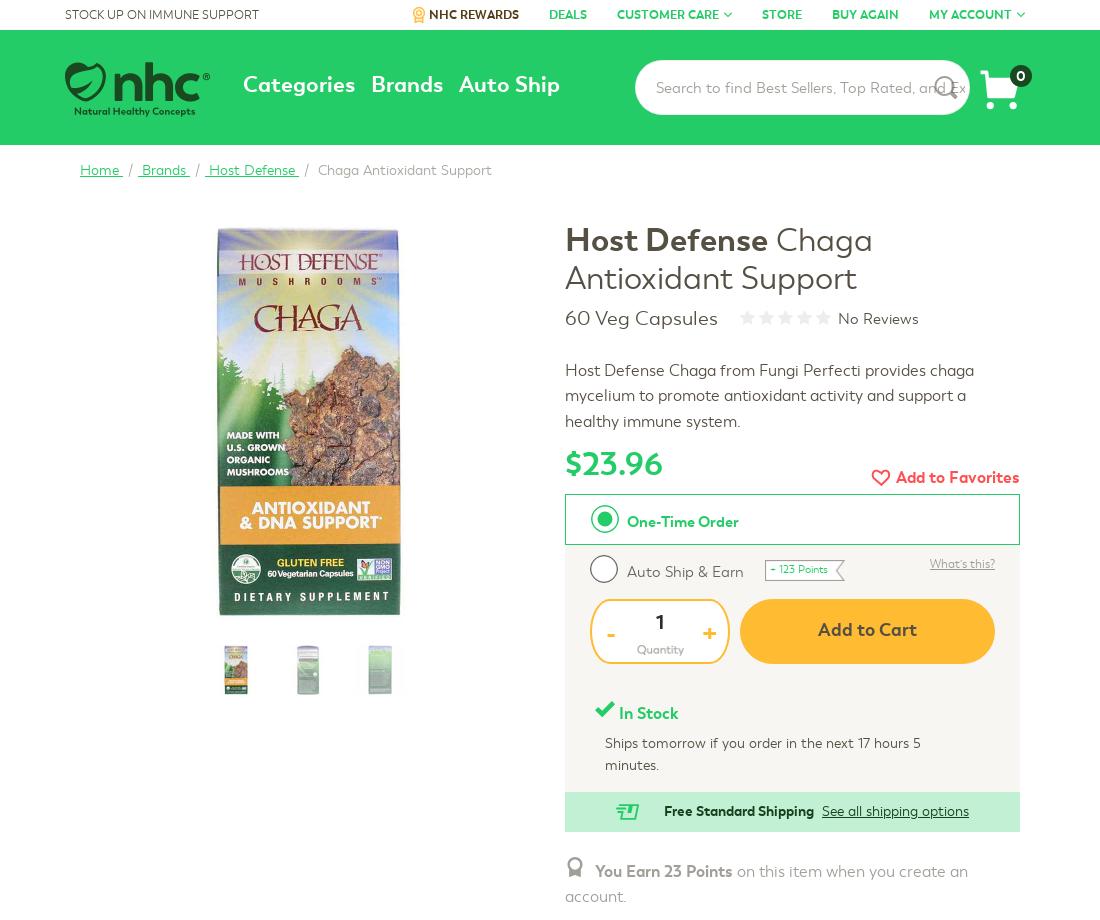  I want to click on 'Brands', so click(137, 169).